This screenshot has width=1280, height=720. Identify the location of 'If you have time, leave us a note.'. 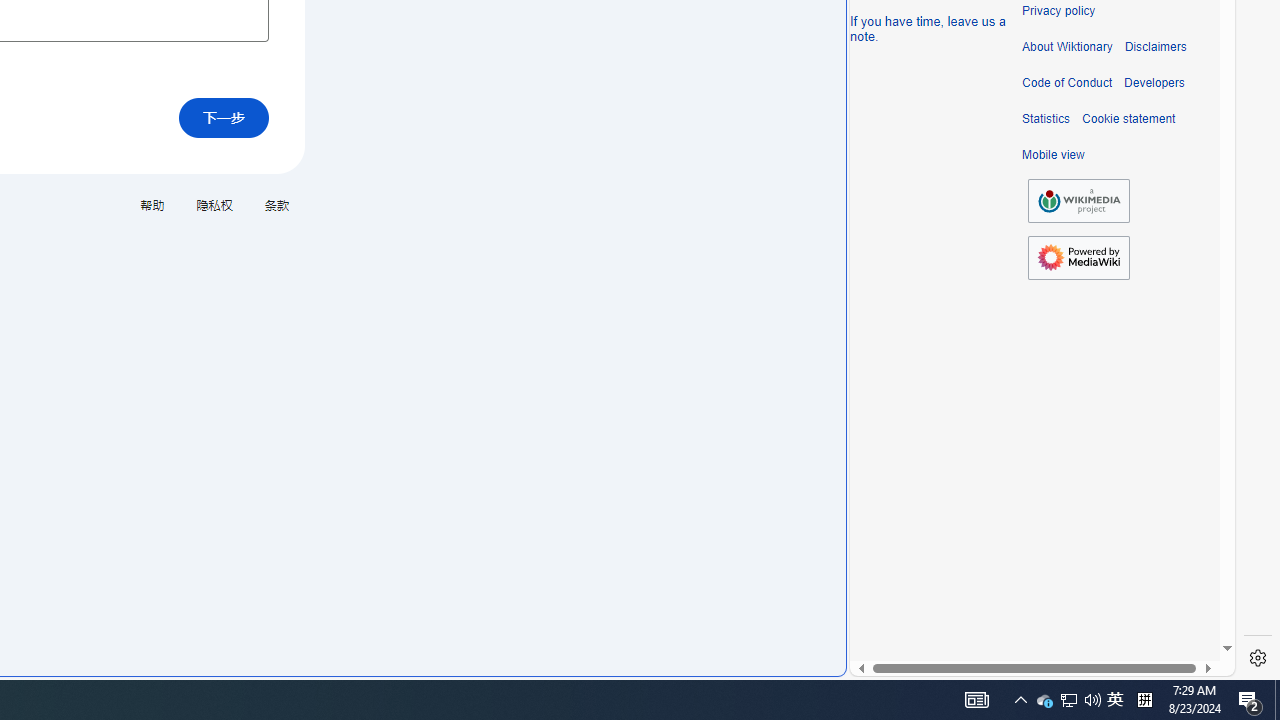
(927, 28).